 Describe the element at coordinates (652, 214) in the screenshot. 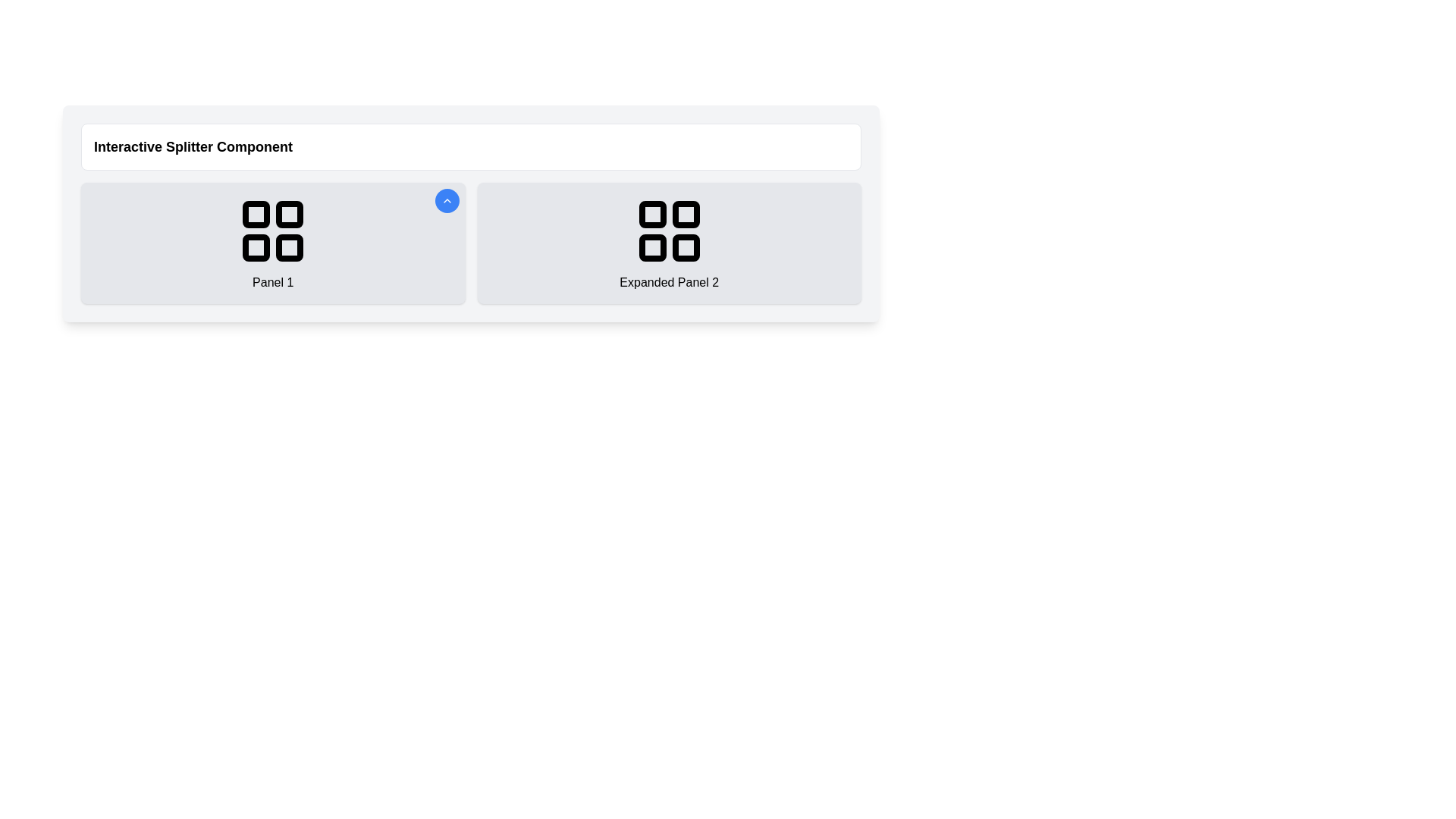

I see `the small square with rounded corners located in the top-left of a 2x2 grid within the 'Expanded Panel 2' region` at that location.